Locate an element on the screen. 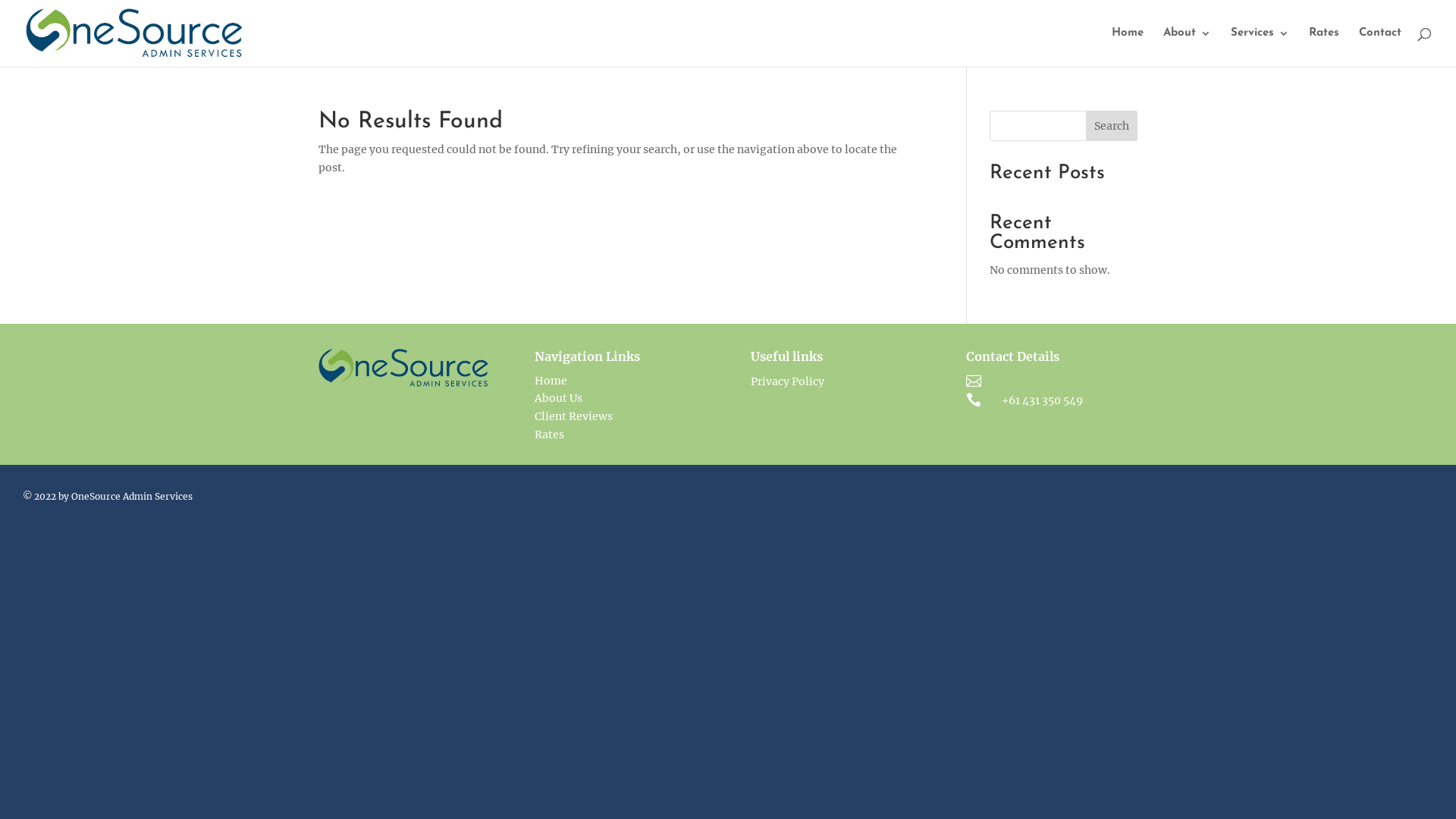 Image resolution: width=1456 pixels, height=819 pixels. 'About Us' is located at coordinates (557, 397).